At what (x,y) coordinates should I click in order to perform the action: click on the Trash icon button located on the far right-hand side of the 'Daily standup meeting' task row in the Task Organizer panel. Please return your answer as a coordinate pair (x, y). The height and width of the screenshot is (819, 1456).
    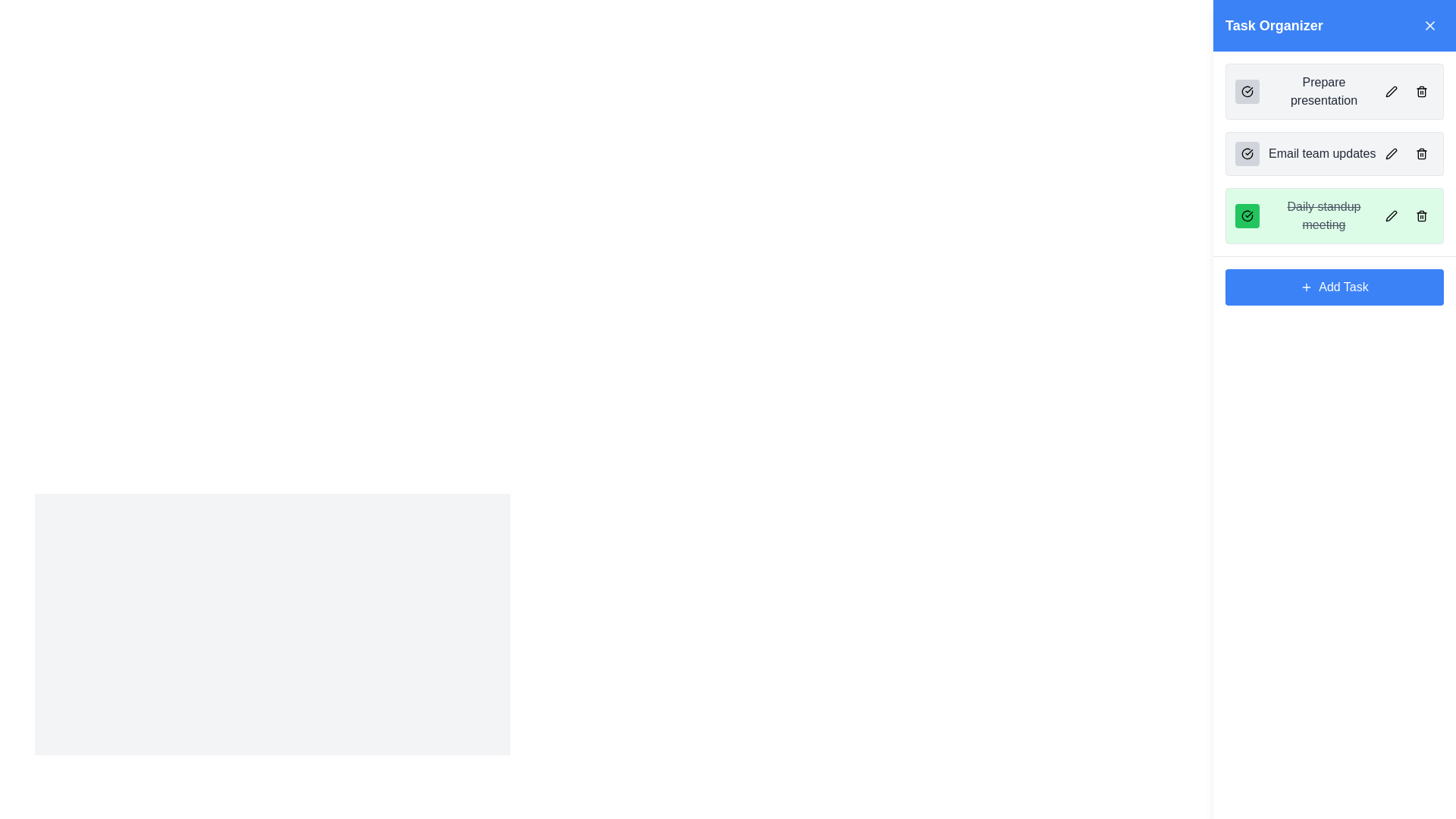
    Looking at the image, I should click on (1421, 216).